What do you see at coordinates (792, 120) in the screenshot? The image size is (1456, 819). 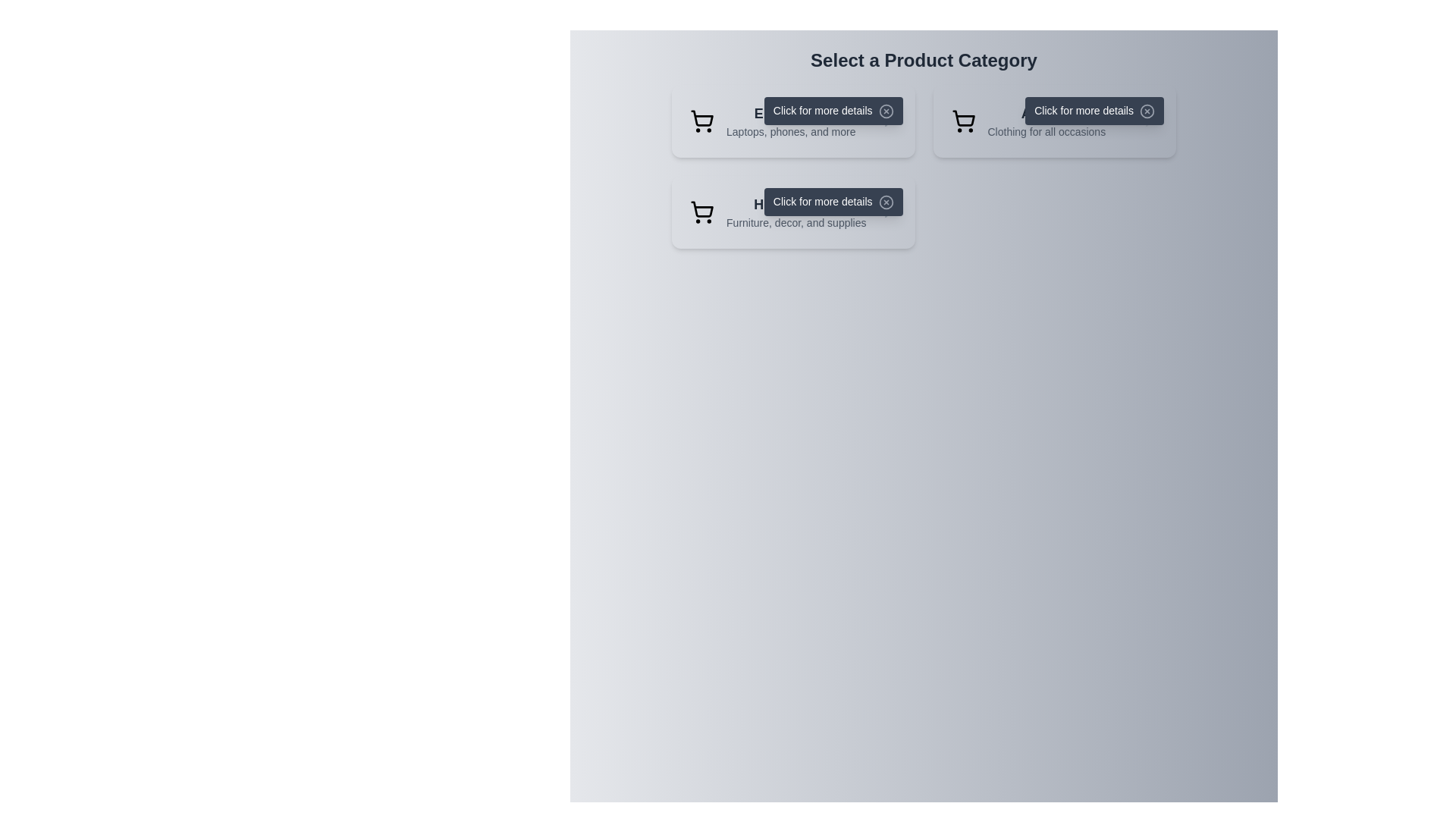 I see `displayed texts on the 'Electronics' category card, which is the first card in a grid layout` at bounding box center [792, 120].